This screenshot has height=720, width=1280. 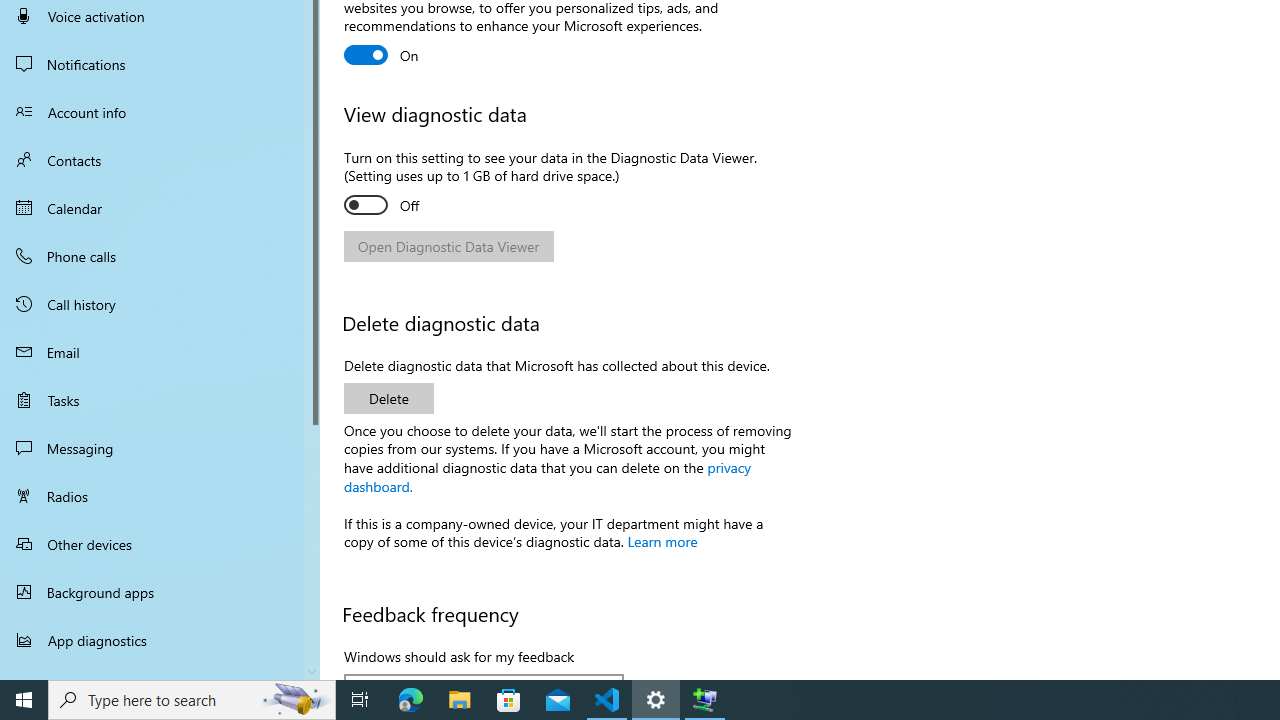 I want to click on 'Settings - 1 running window', so click(x=656, y=698).